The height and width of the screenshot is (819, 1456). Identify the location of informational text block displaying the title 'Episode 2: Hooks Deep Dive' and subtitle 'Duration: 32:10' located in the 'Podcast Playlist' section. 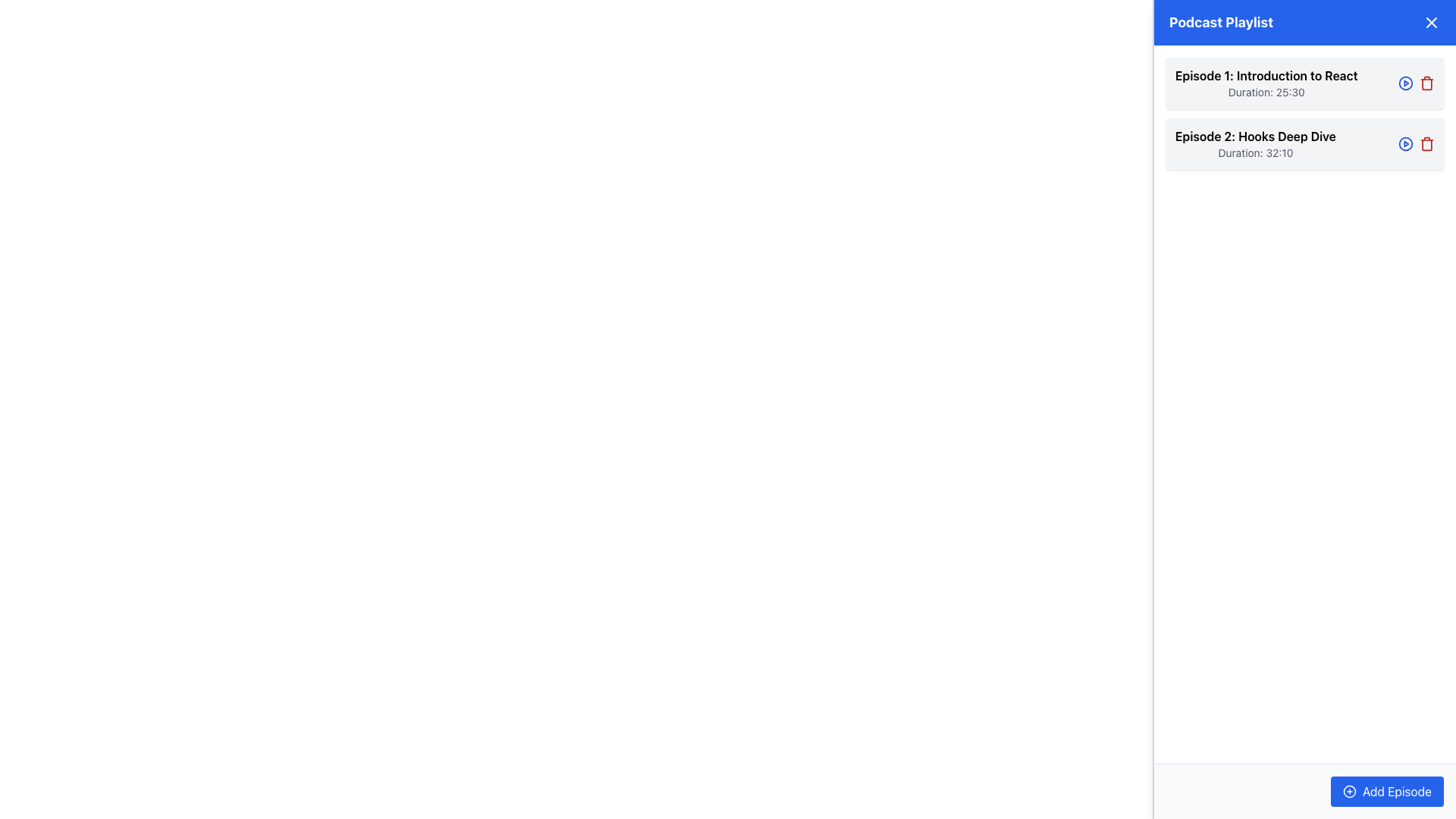
(1256, 143).